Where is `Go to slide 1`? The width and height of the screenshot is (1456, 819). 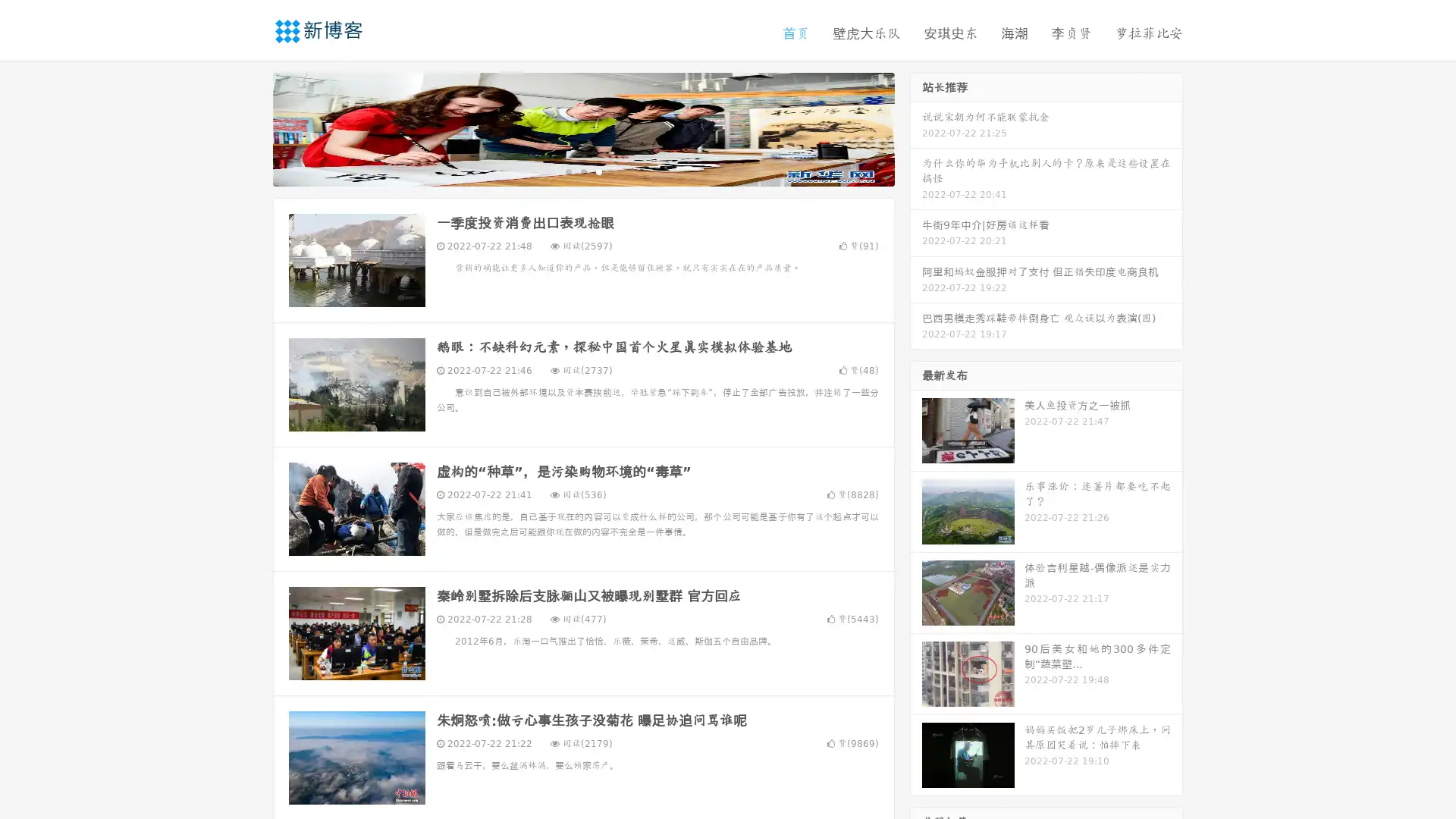 Go to slide 1 is located at coordinates (567, 171).